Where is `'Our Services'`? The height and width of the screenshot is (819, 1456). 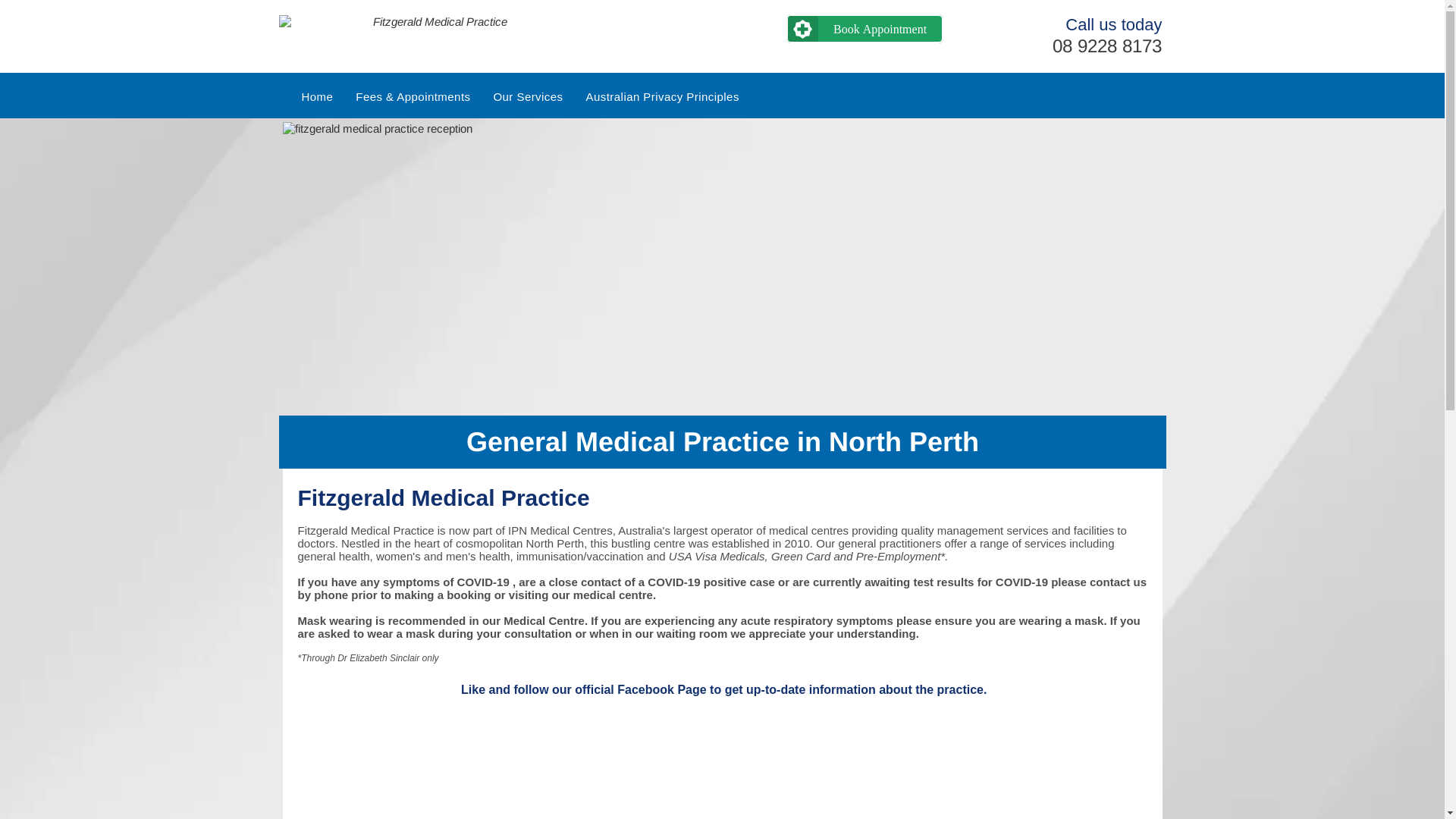
'Our Services' is located at coordinates (528, 96).